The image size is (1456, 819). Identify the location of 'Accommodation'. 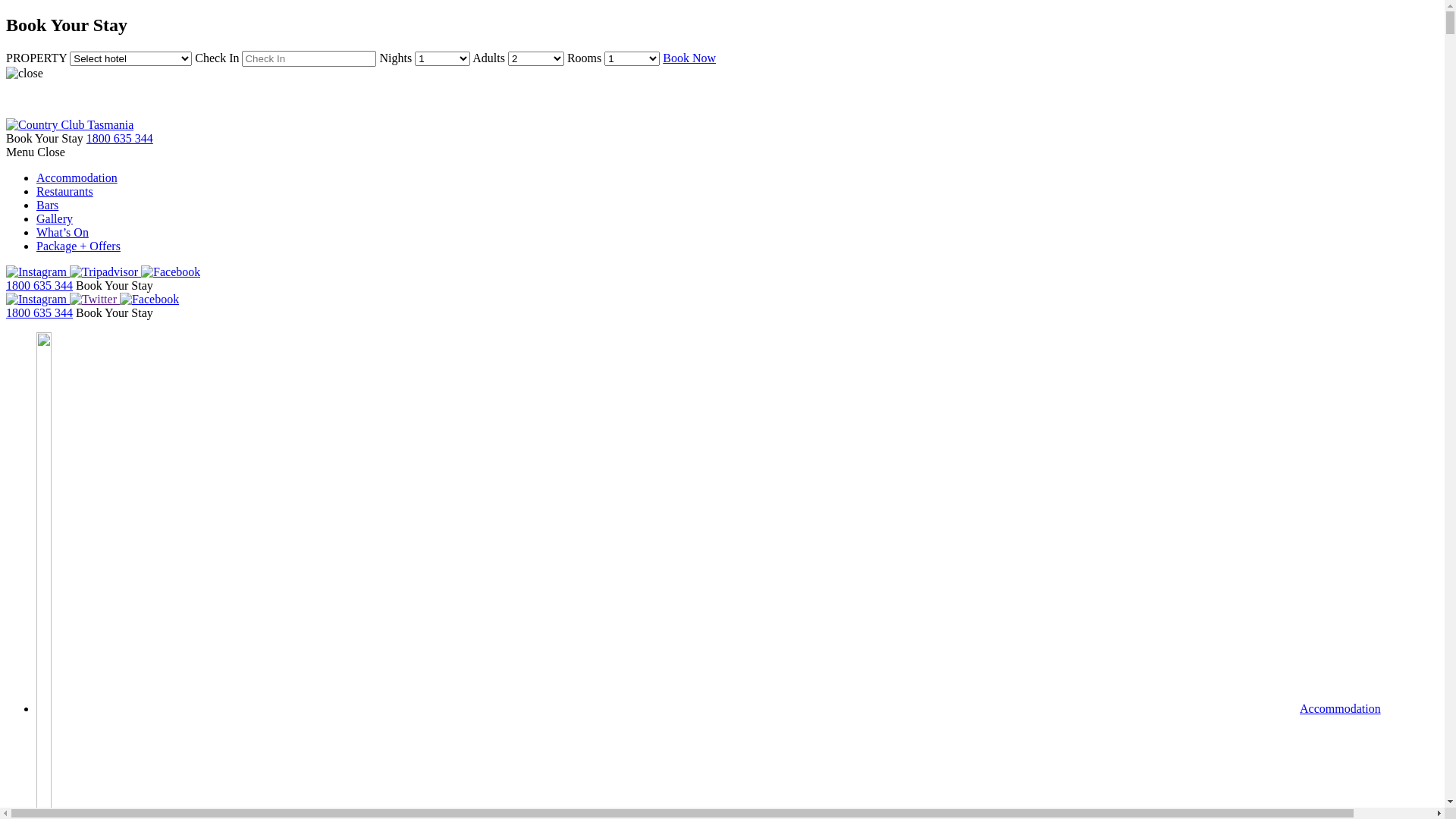
(76, 177).